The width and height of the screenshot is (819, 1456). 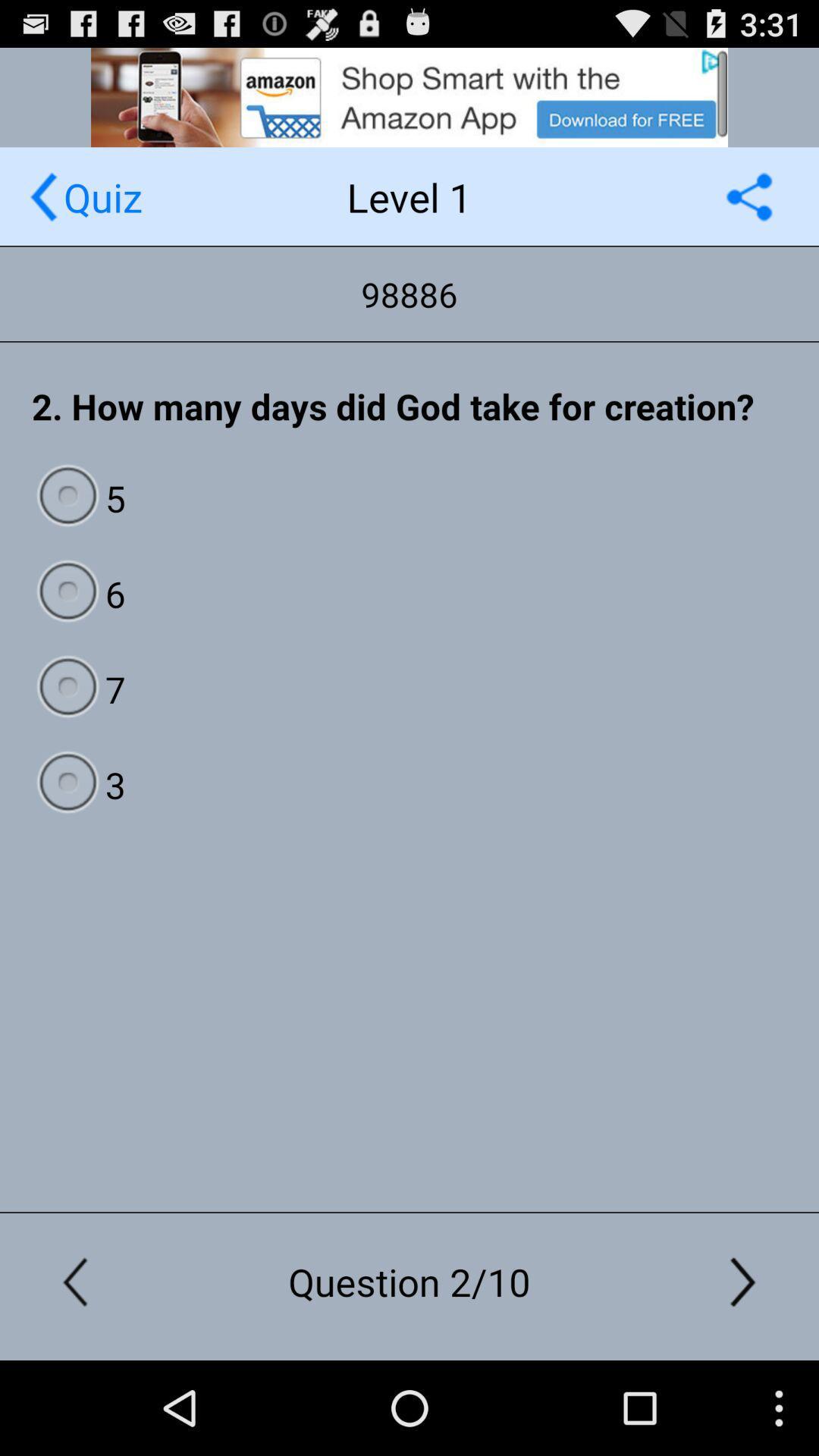 I want to click on privious page, so click(x=42, y=196).